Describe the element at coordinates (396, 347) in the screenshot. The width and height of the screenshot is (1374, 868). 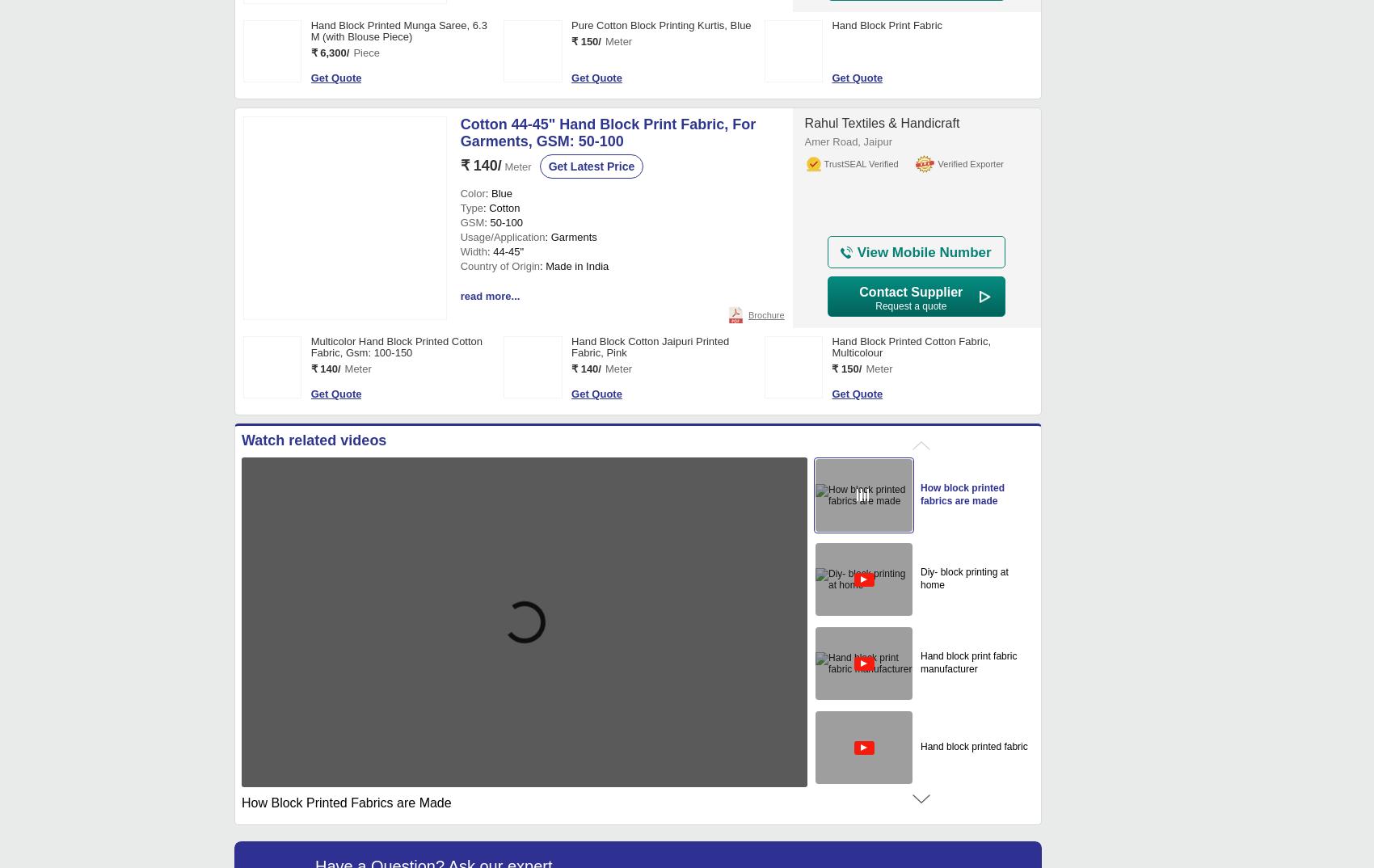
I see `'Multicolor Hand Block Printed Cotton Fabric, Gsm: 100-150'` at that location.